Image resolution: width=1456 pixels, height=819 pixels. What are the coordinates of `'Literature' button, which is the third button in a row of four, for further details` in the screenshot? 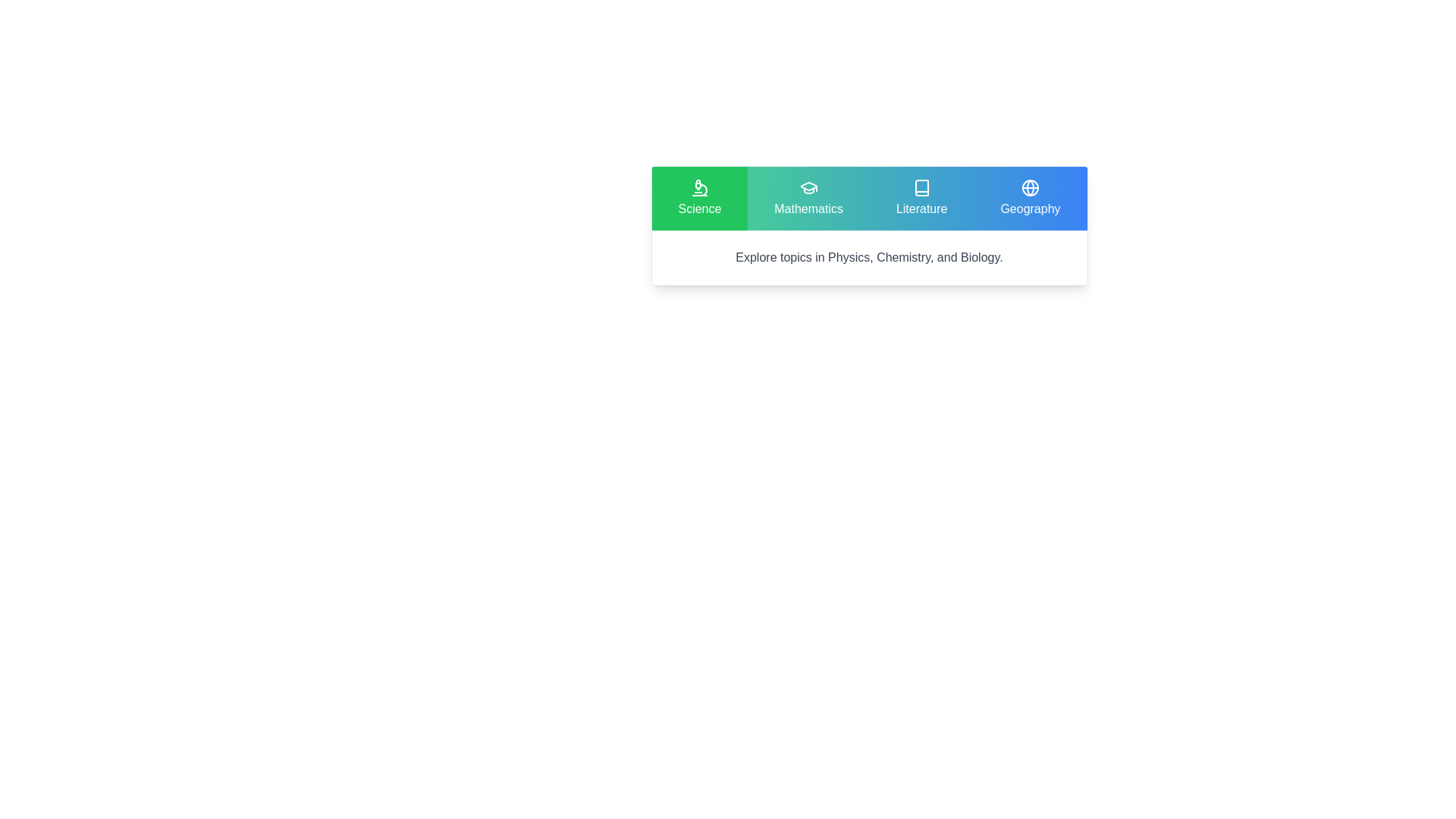 It's located at (921, 198).